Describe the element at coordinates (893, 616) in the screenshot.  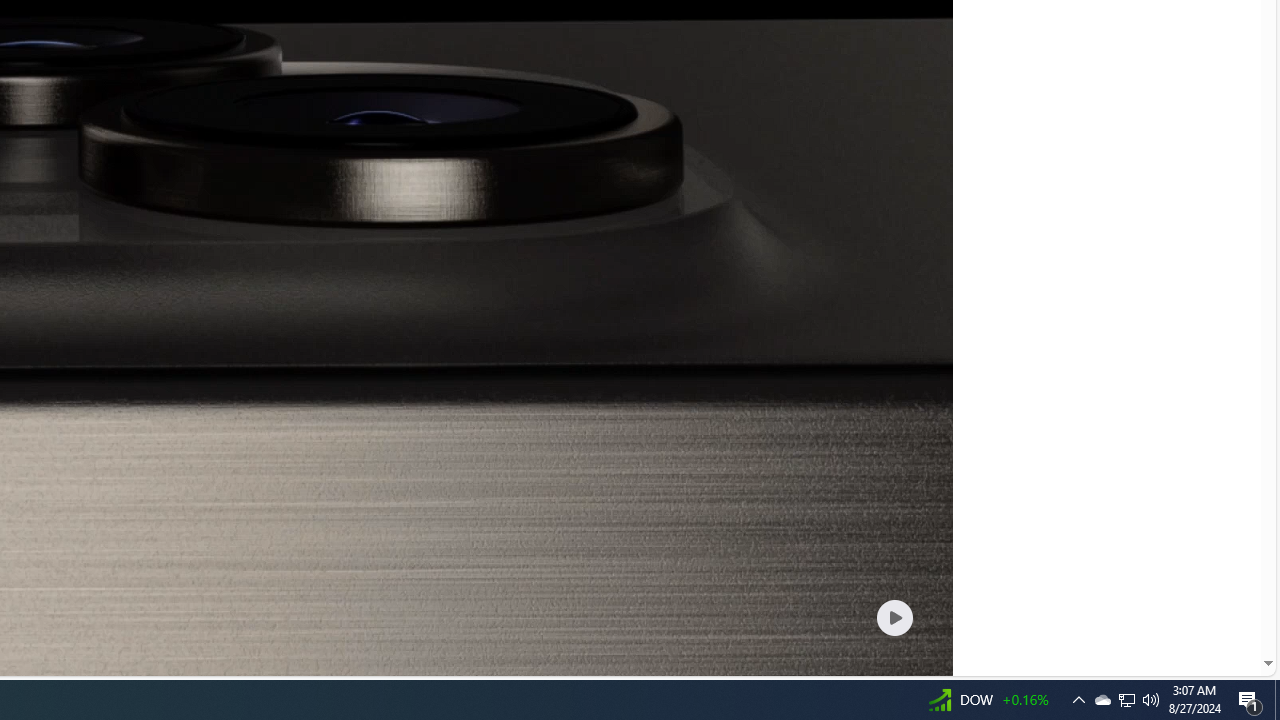
I see `'Class: control-centered-small-icon'` at that location.